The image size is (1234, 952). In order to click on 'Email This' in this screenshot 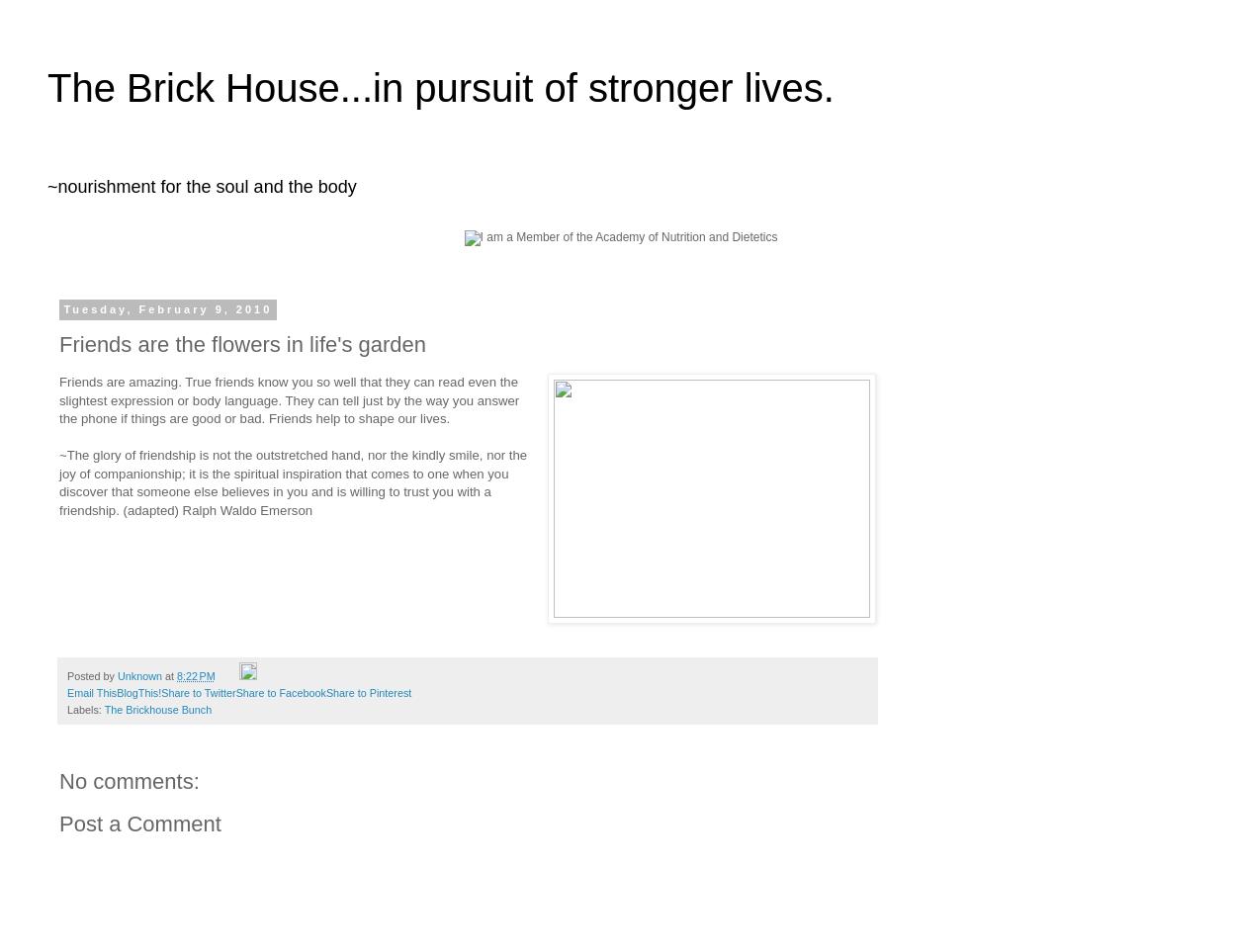, I will do `click(66, 692)`.